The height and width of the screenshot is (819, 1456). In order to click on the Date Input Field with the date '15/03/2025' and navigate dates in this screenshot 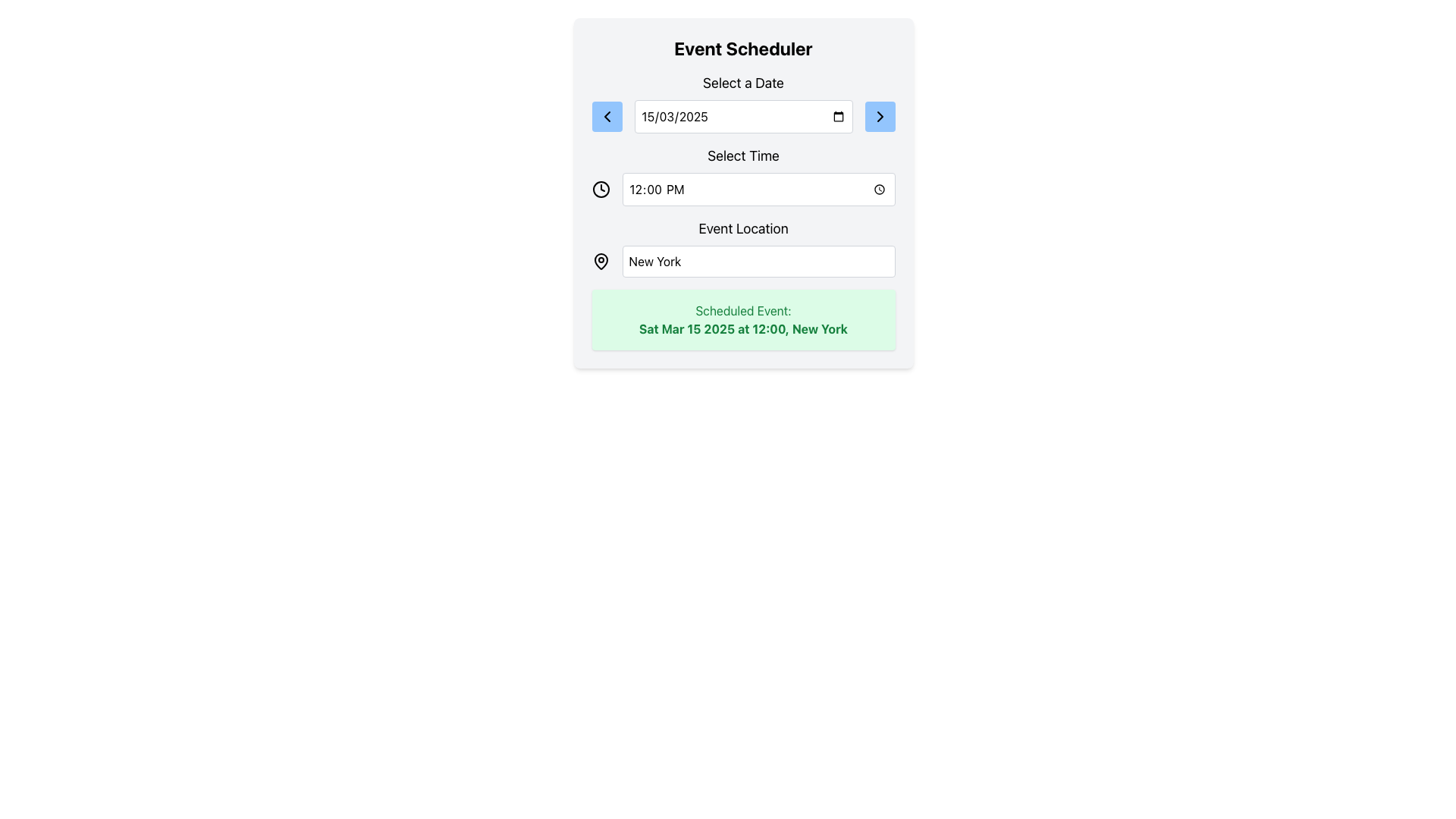, I will do `click(743, 116)`.